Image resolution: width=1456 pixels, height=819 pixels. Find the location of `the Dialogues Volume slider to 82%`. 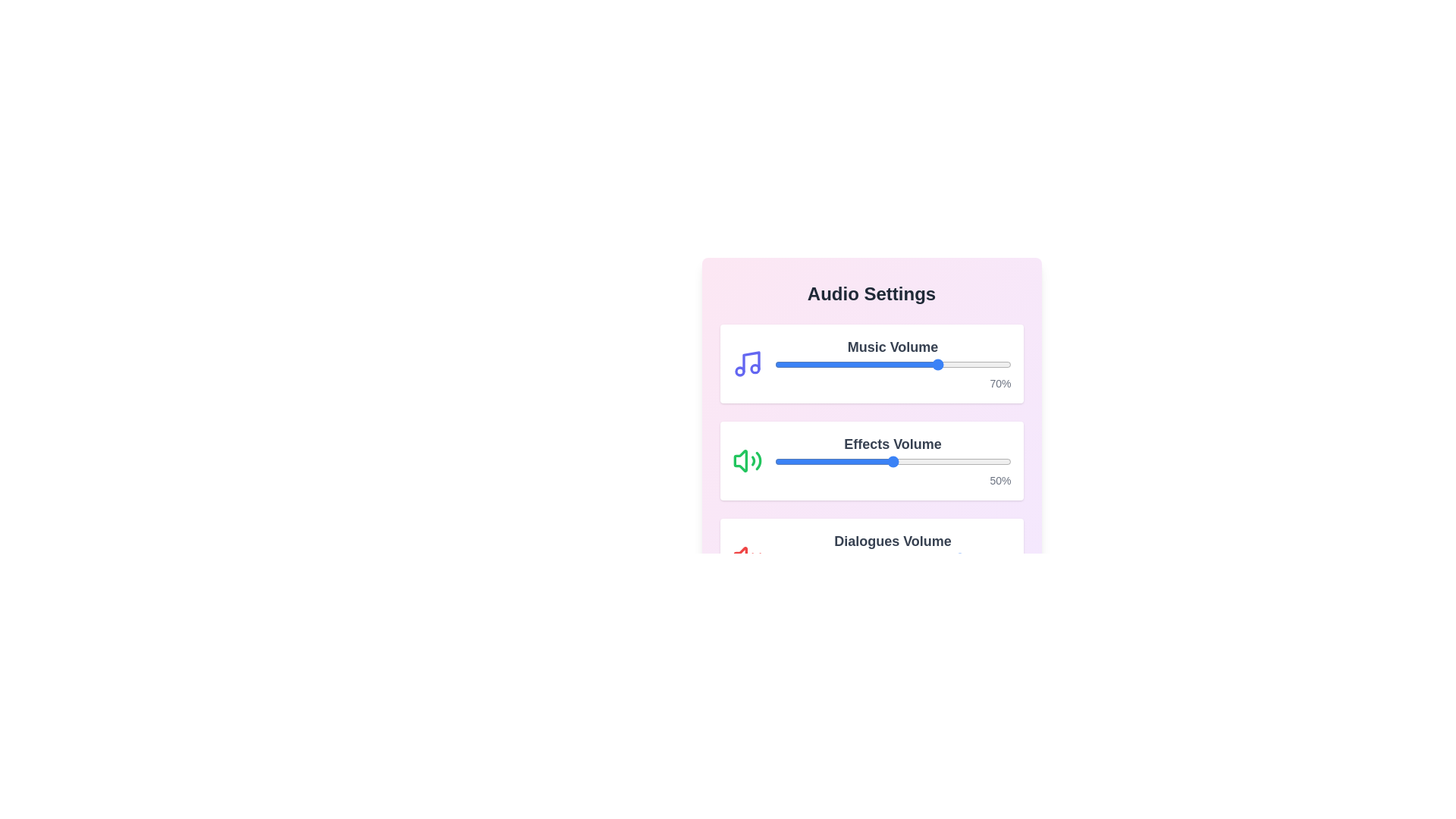

the Dialogues Volume slider to 82% is located at coordinates (968, 558).